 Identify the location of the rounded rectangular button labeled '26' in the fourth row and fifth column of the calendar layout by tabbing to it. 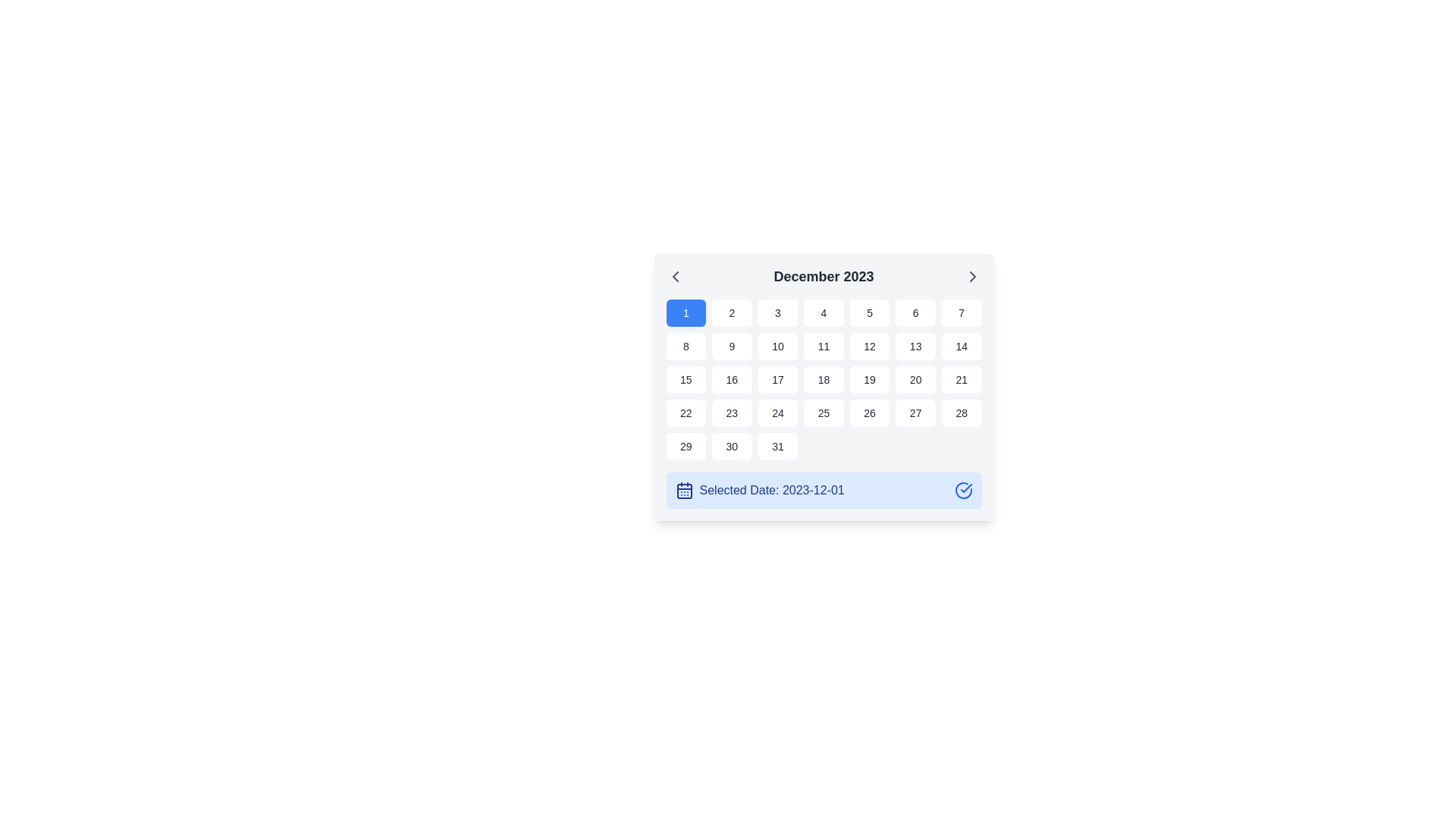
(870, 413).